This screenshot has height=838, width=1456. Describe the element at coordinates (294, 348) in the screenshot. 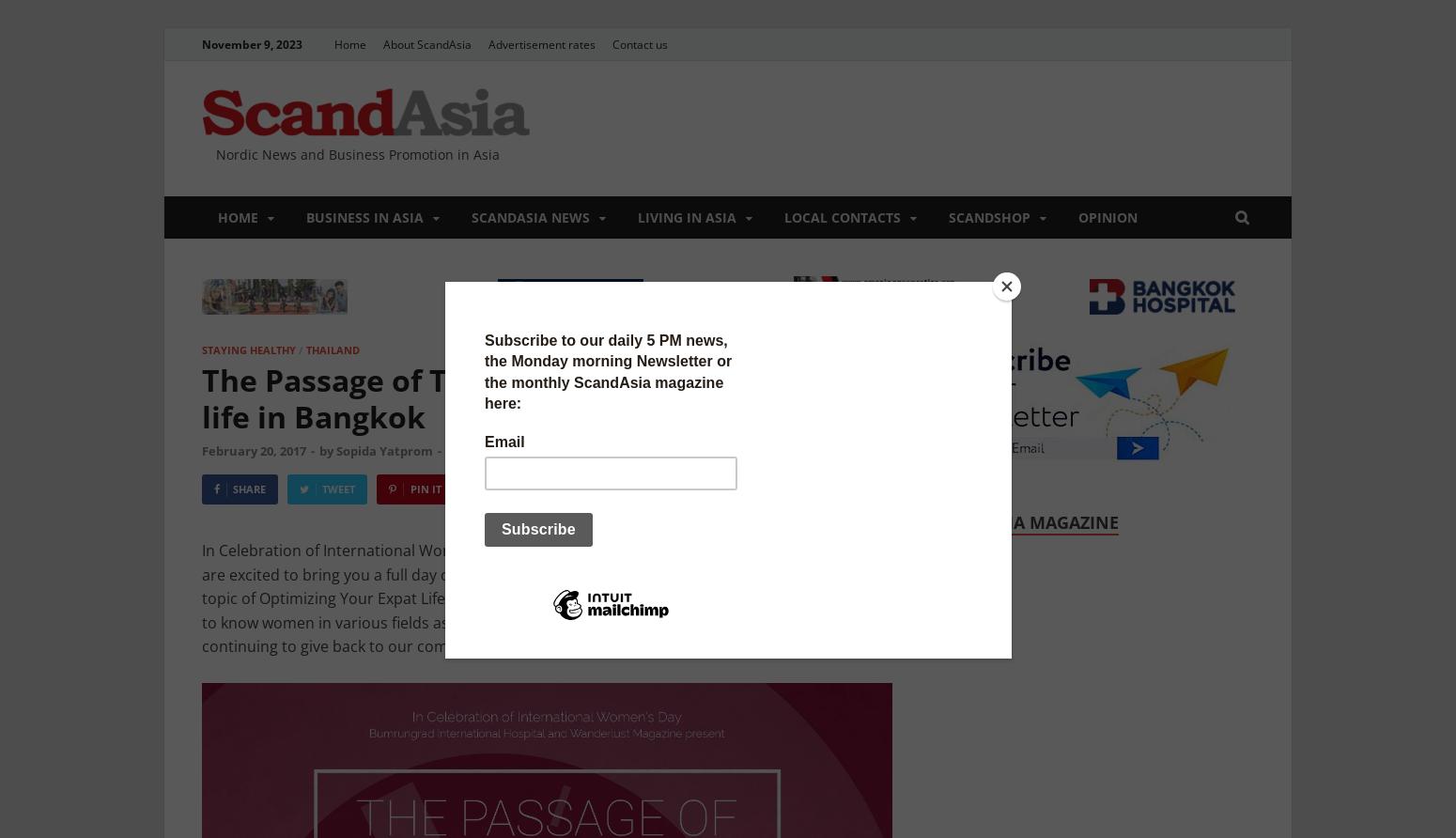

I see `'/'` at that location.